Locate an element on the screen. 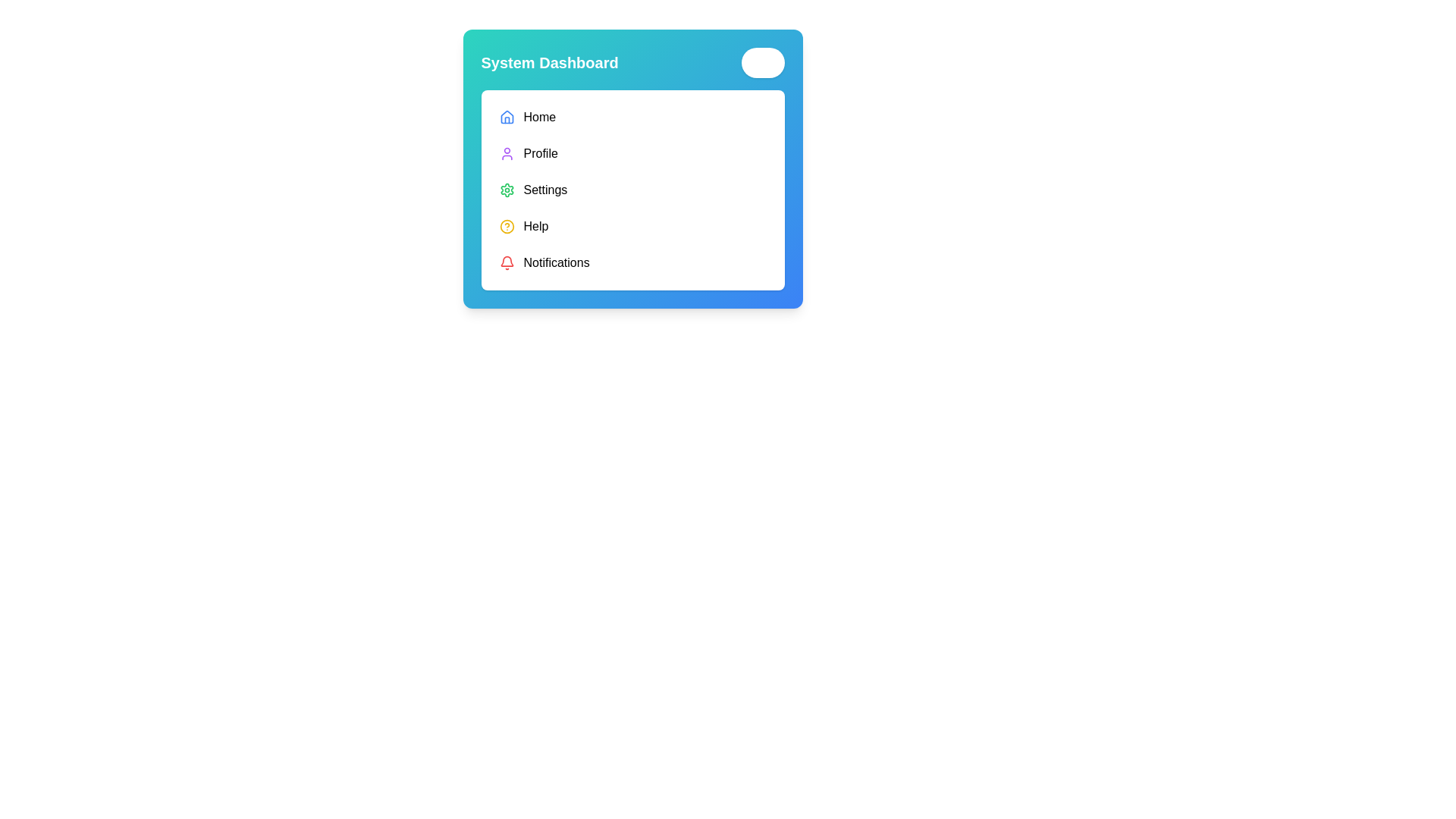 The image size is (1456, 819). the settings icon located to the left of the 'Settings' label in the fourth row of the vertical menu on the dashboard interface is located at coordinates (507, 189).